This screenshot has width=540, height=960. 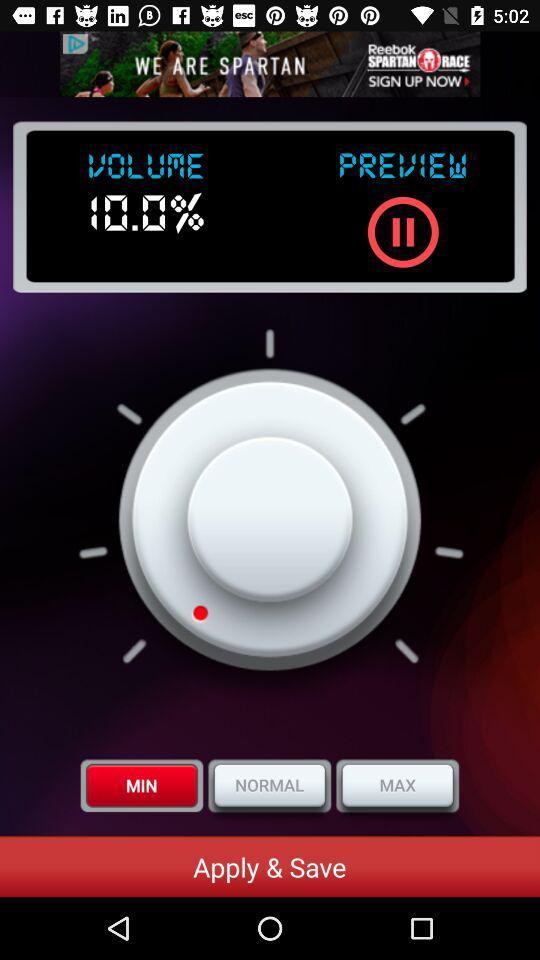 I want to click on the advisement, so click(x=270, y=64).